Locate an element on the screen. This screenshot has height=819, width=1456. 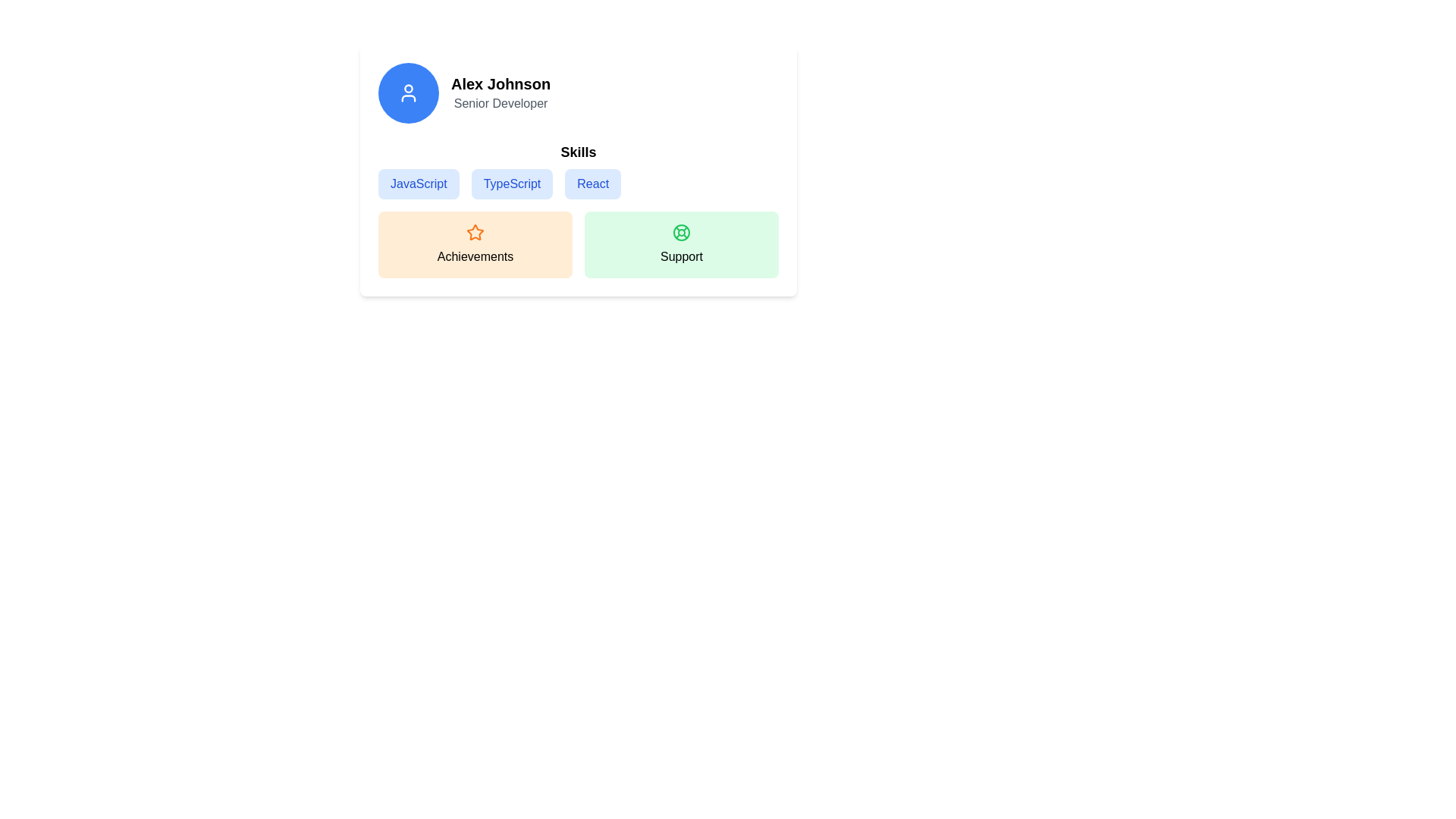
the Informational card representing the user's achievements, located in the left half of the grid layout below the 'Skills' header is located at coordinates (475, 244).